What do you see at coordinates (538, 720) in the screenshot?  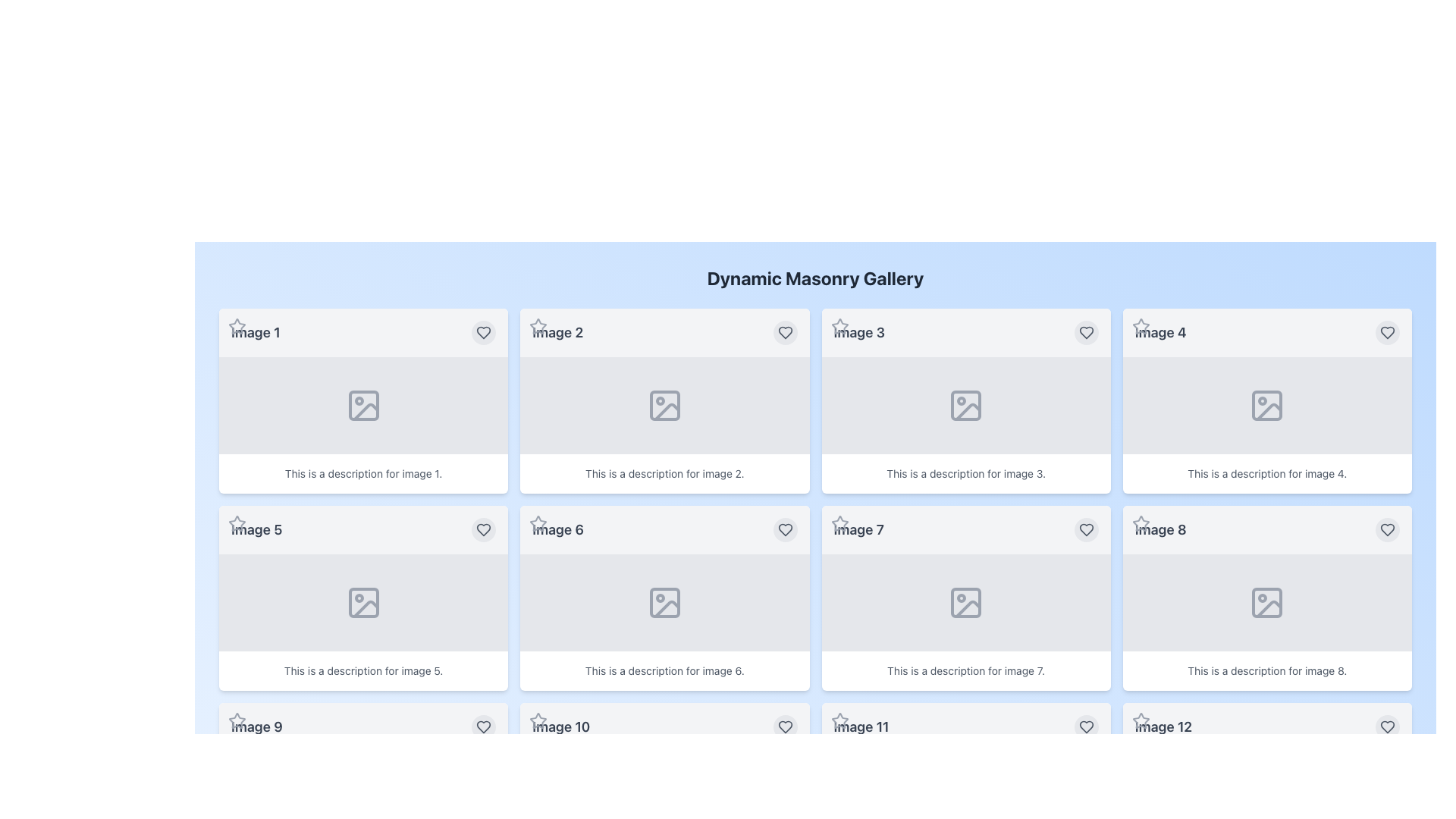 I see `the star icon located in the top-left corner of the 'Image 10' card` at bounding box center [538, 720].